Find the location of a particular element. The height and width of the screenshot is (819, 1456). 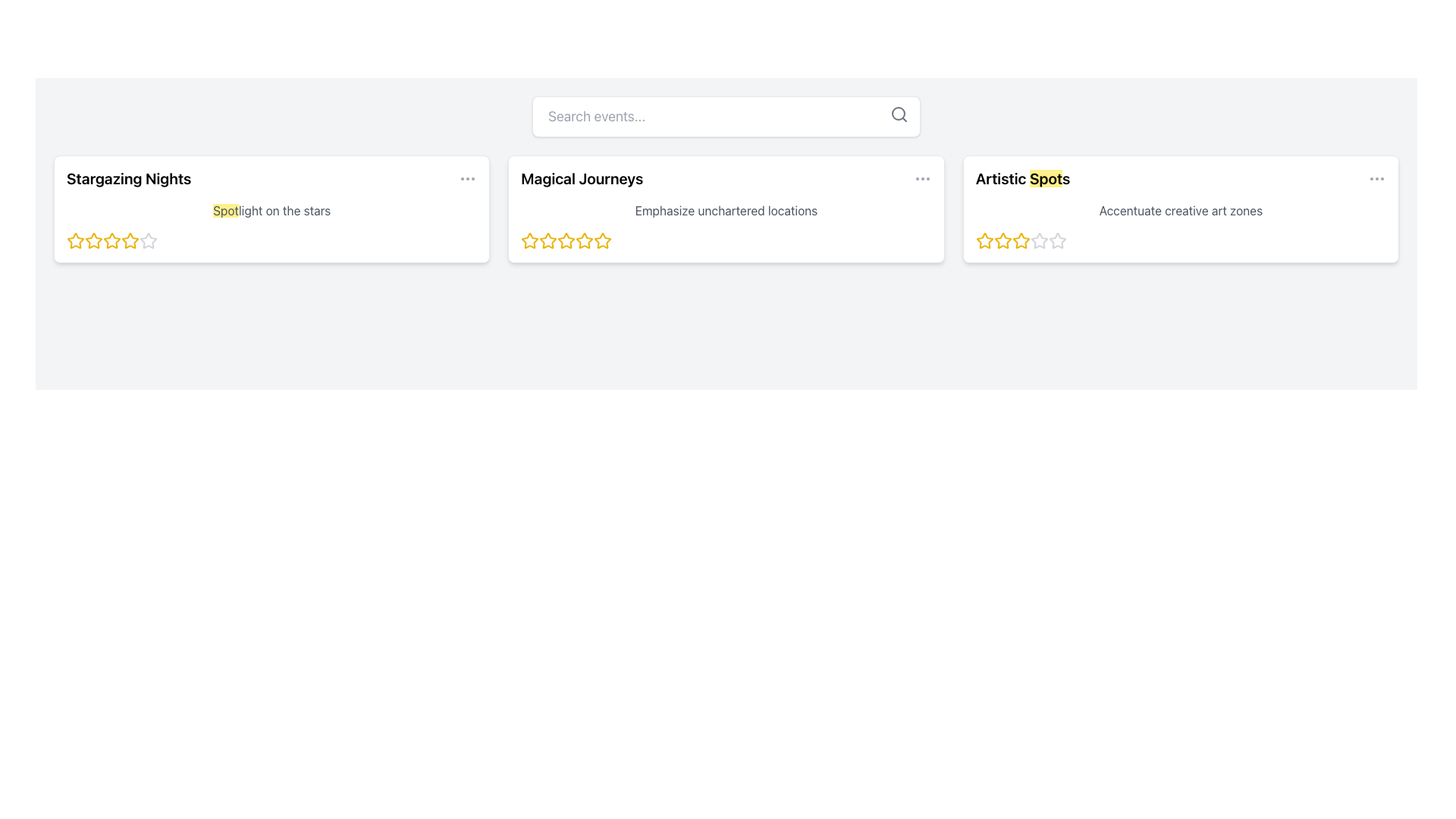

the third star icon in the rating sequence below the 'Stargazing Nights' title is located at coordinates (130, 240).